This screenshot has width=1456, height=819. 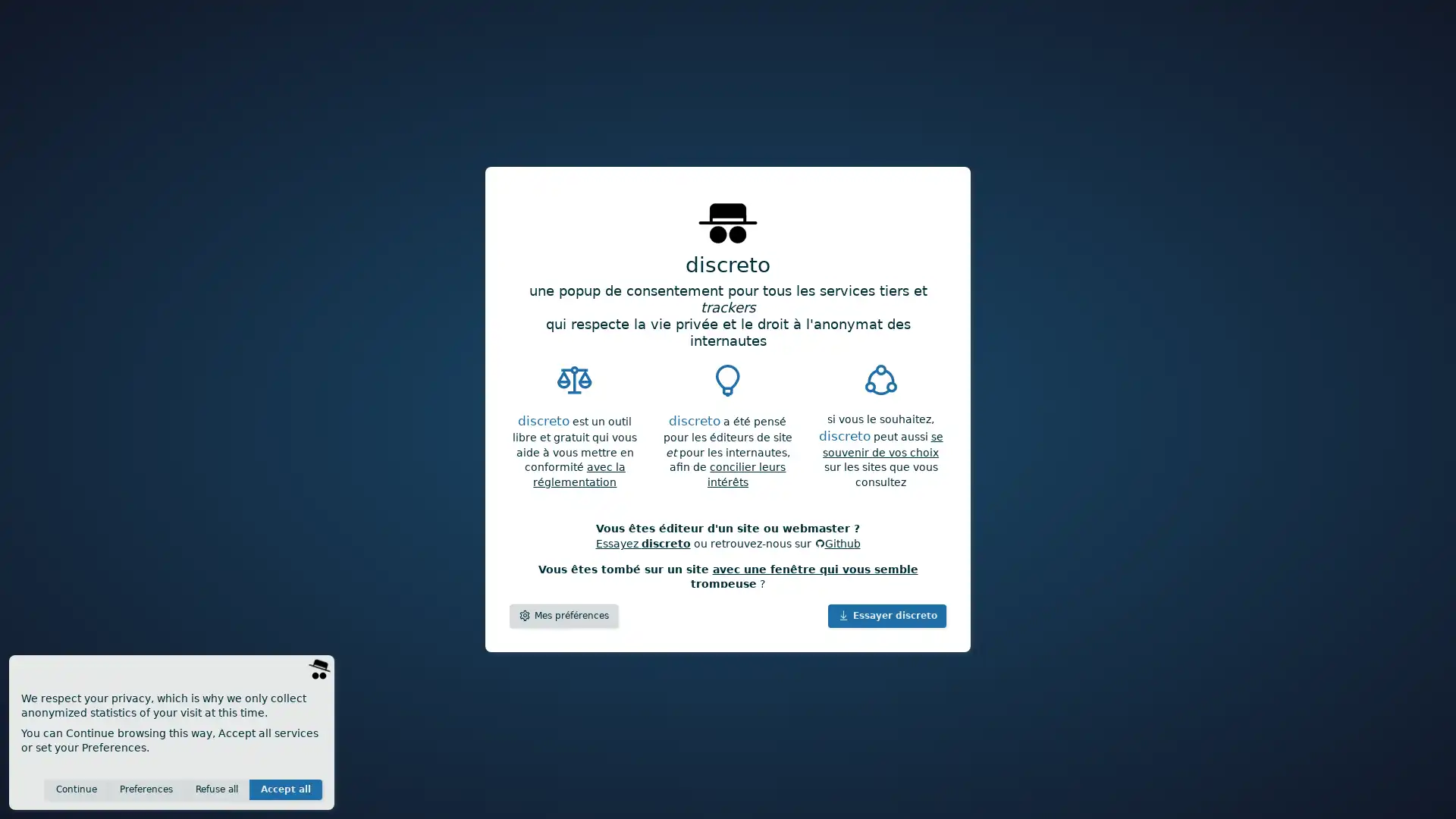 I want to click on Anonymous, so click(x=176, y=795).